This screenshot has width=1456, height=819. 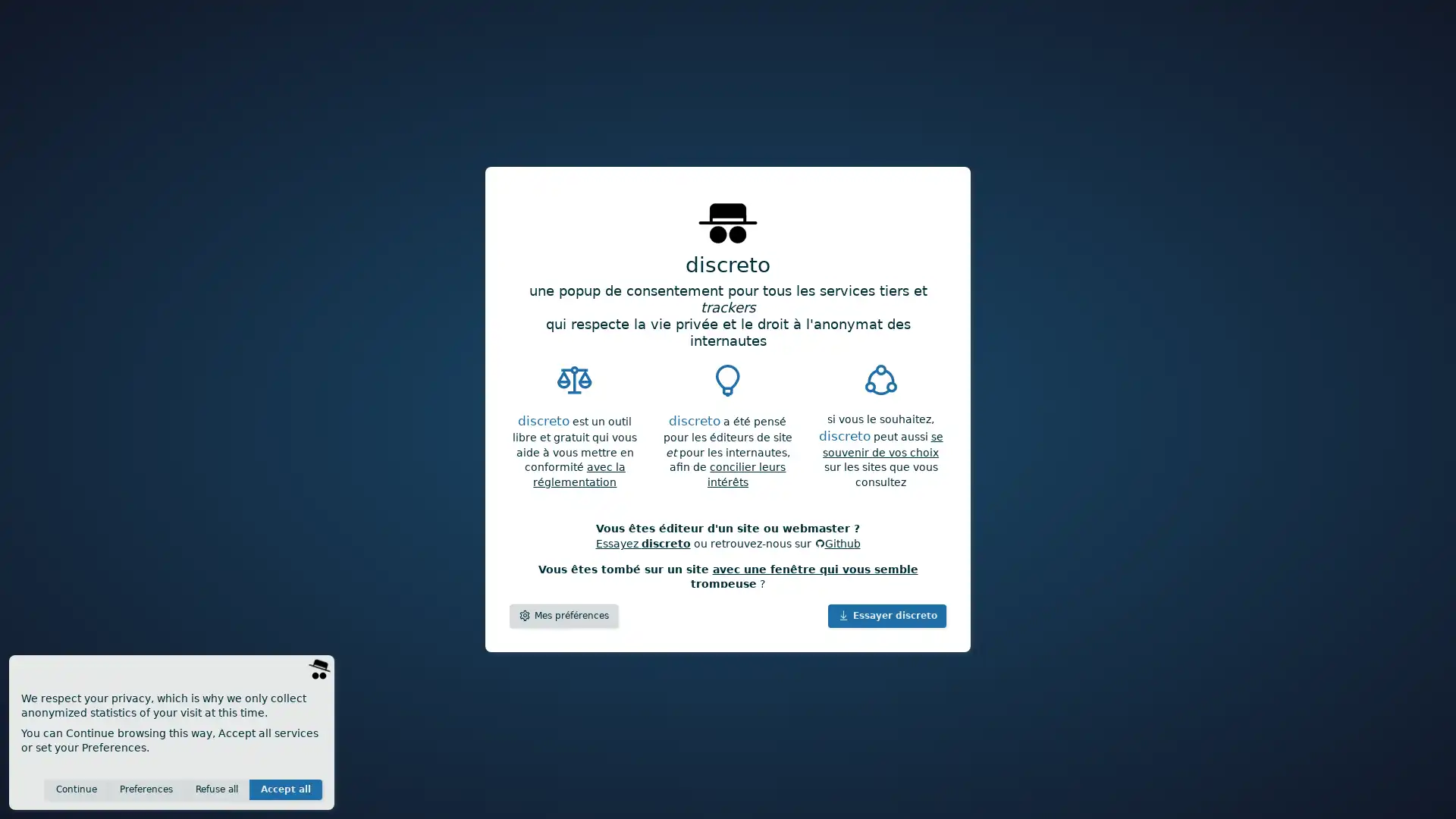 I want to click on Anonymous, so click(x=176, y=795).